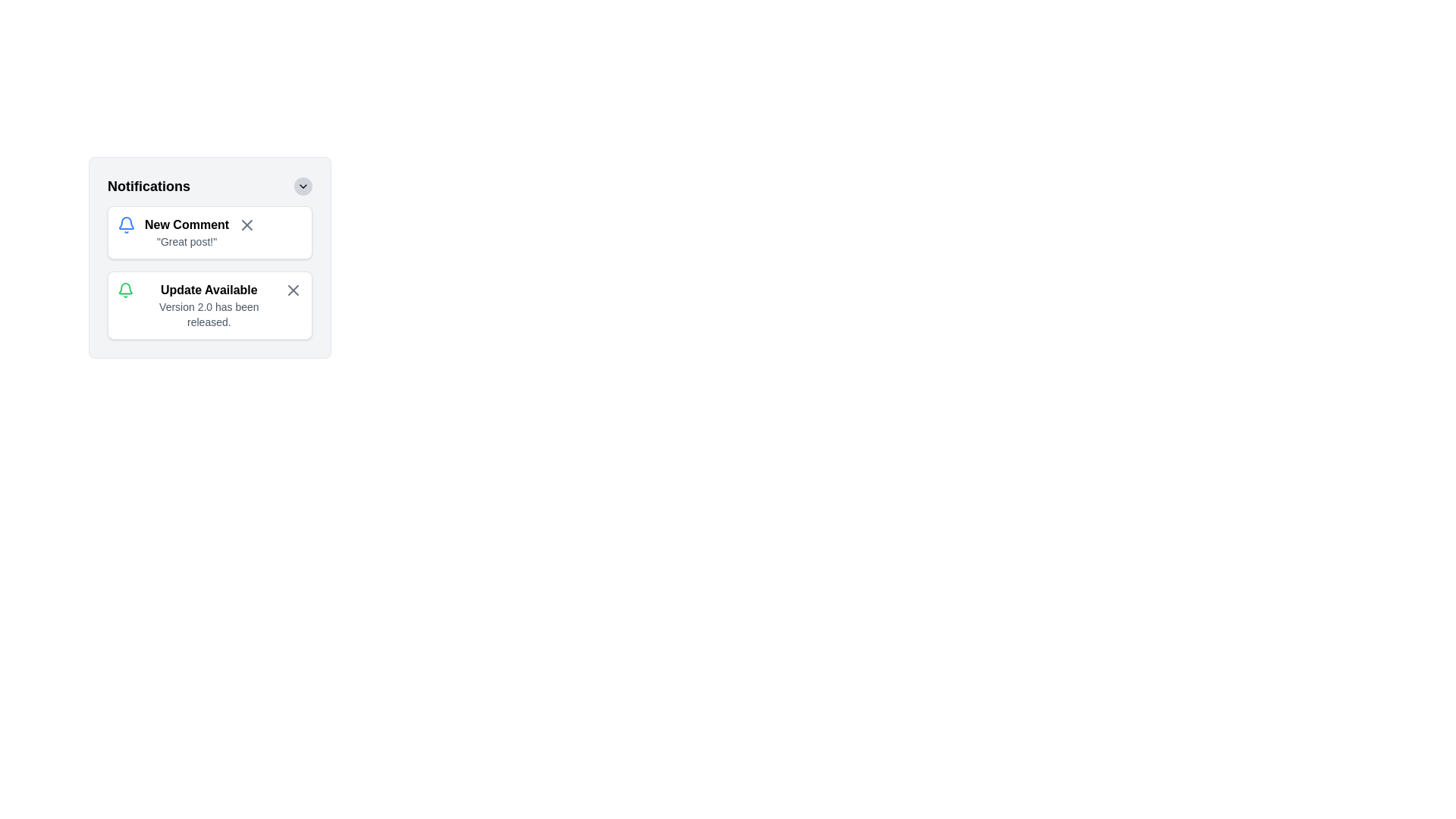  Describe the element at coordinates (186, 233) in the screenshot. I see `the notification message displaying 'New Comment' in the first notification card` at that location.